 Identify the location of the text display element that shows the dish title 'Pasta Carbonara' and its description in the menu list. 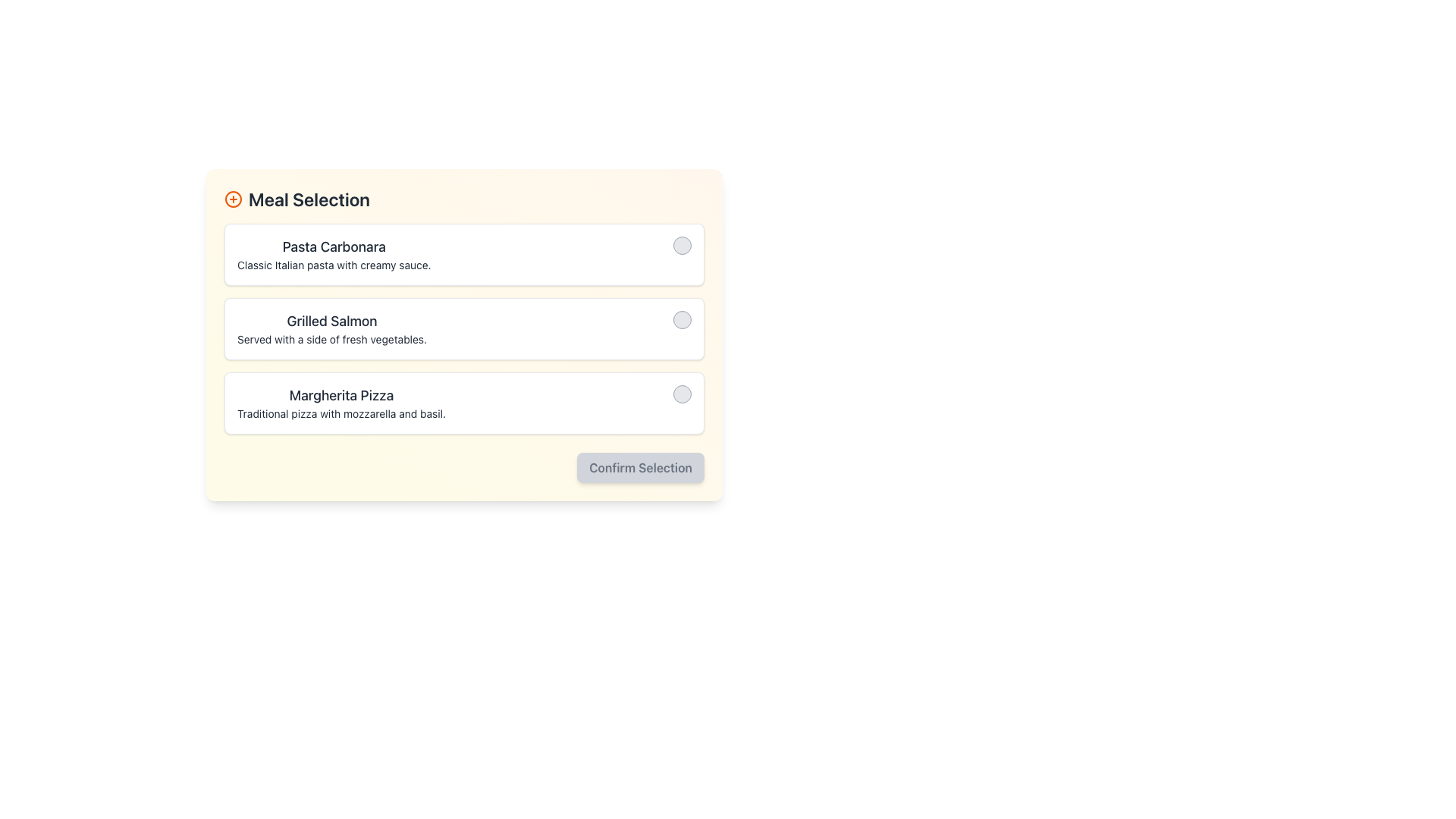
(333, 253).